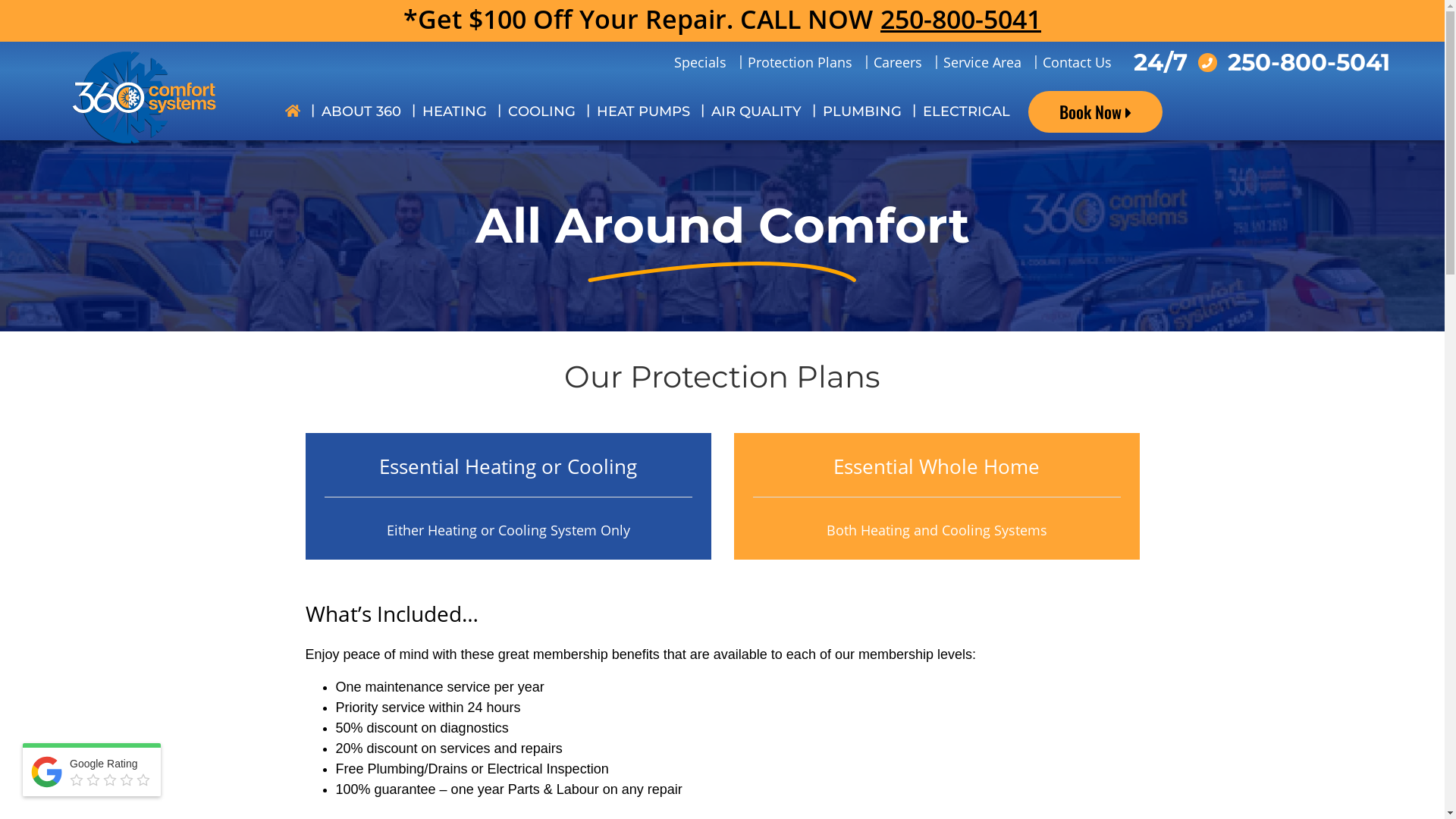 The image size is (1456, 819). What do you see at coordinates (1075, 61) in the screenshot?
I see `'Contact Us'` at bounding box center [1075, 61].